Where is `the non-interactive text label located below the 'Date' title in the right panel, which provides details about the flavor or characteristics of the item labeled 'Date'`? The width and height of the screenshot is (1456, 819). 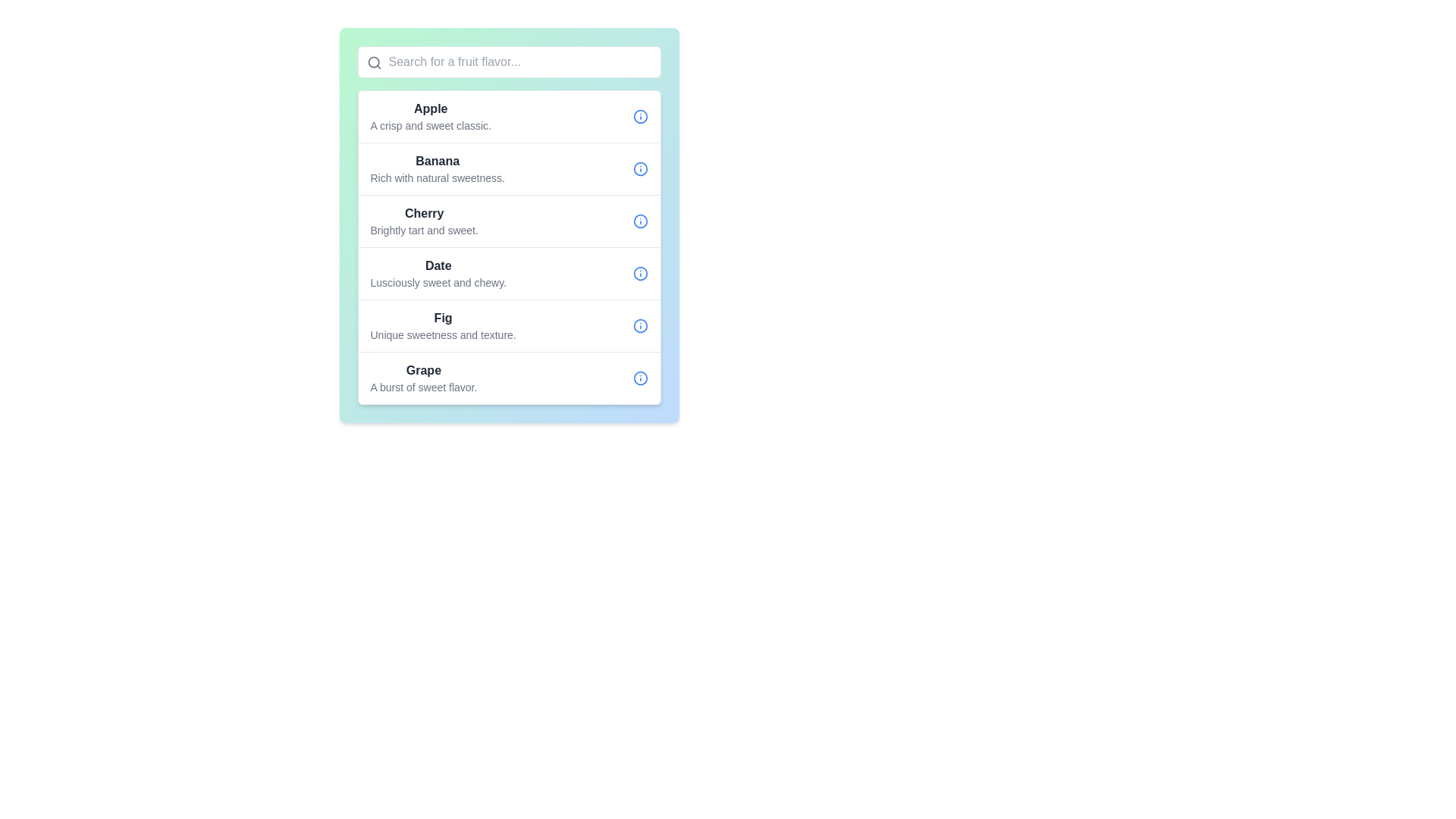
the non-interactive text label located below the 'Date' title in the right panel, which provides details about the flavor or characteristics of the item labeled 'Date' is located at coordinates (438, 283).